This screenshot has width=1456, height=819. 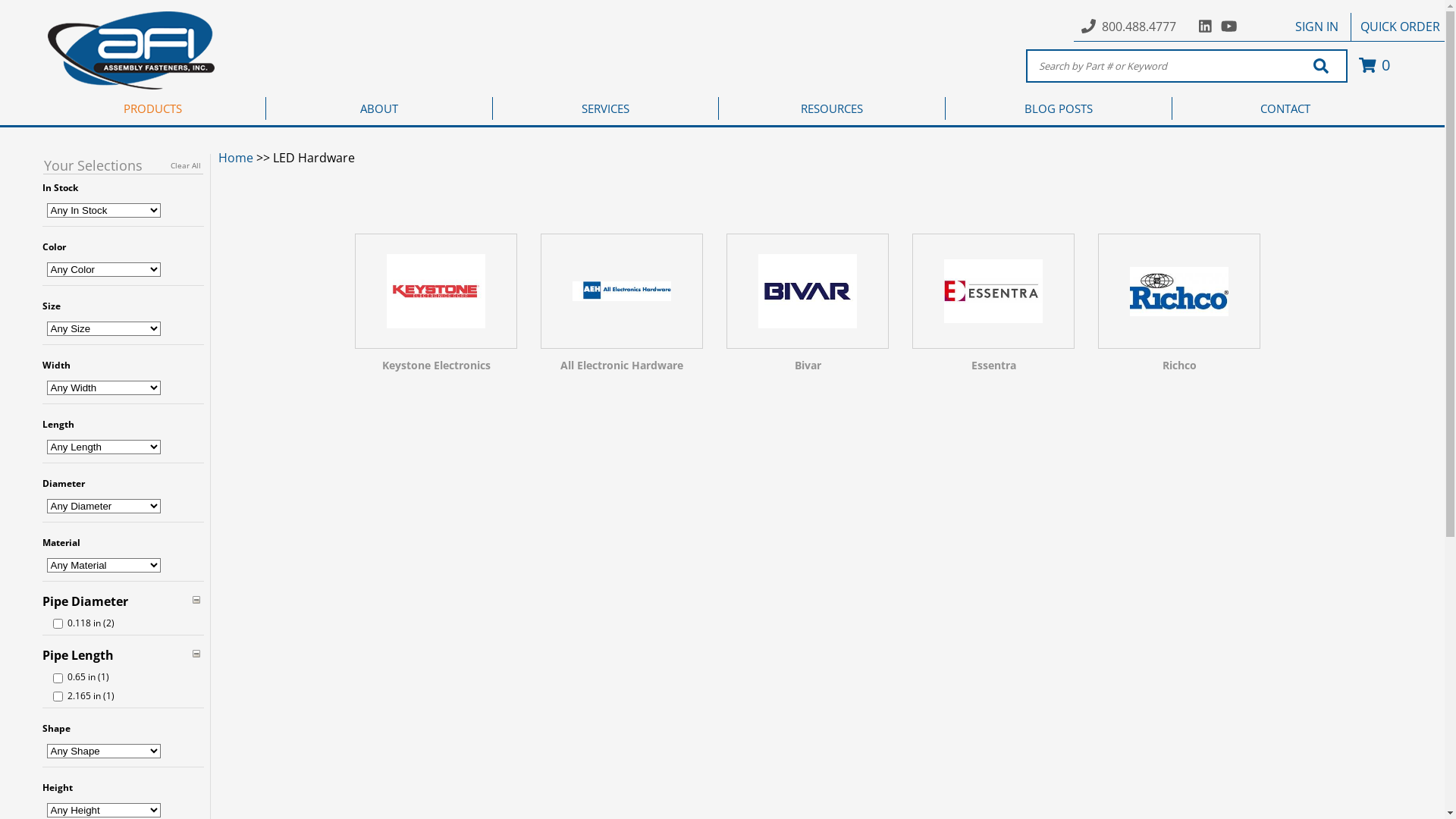 What do you see at coordinates (1058, 107) in the screenshot?
I see `'BLOG POSTS'` at bounding box center [1058, 107].